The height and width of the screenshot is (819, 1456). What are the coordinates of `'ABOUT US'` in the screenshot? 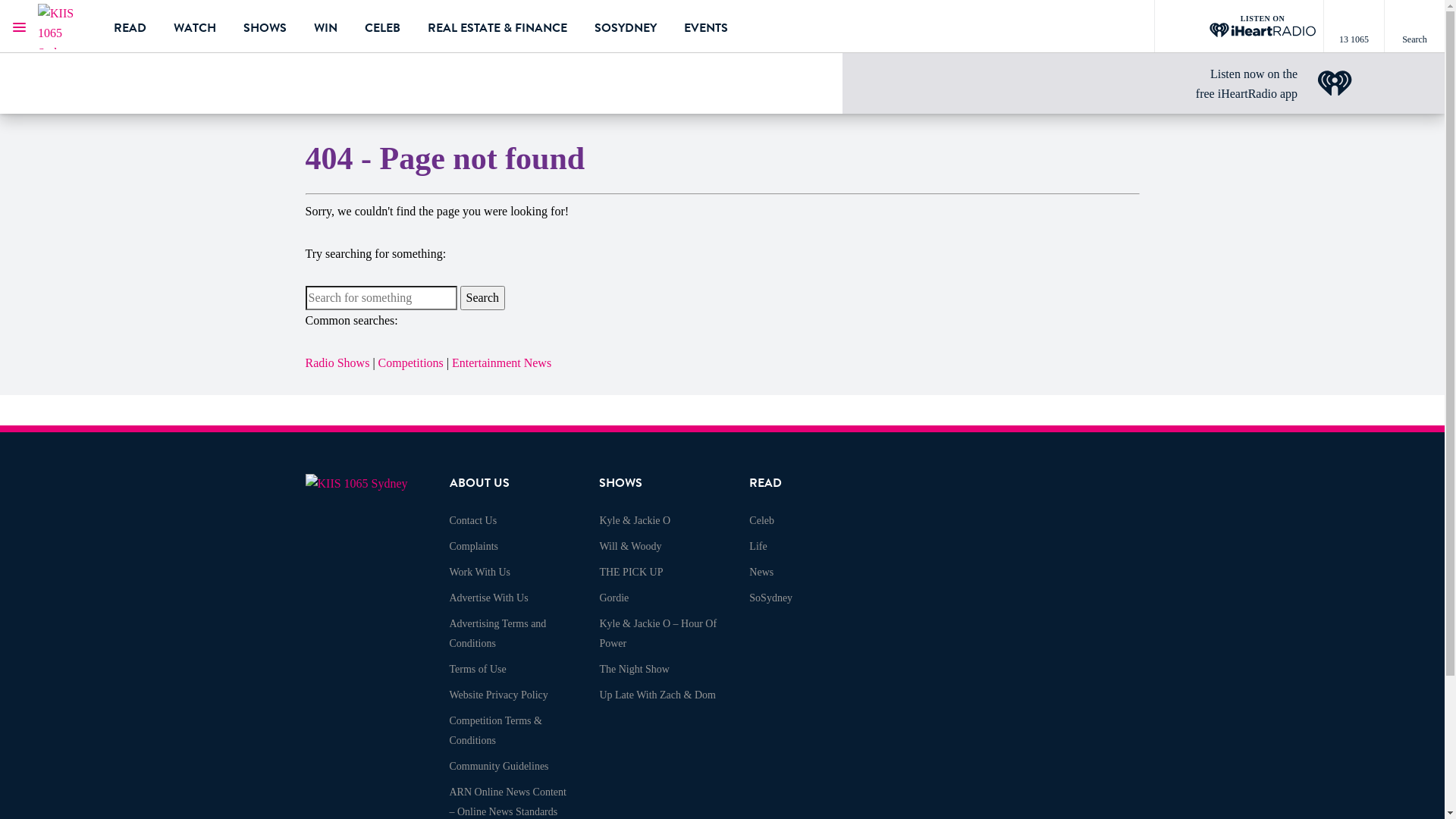 It's located at (478, 482).